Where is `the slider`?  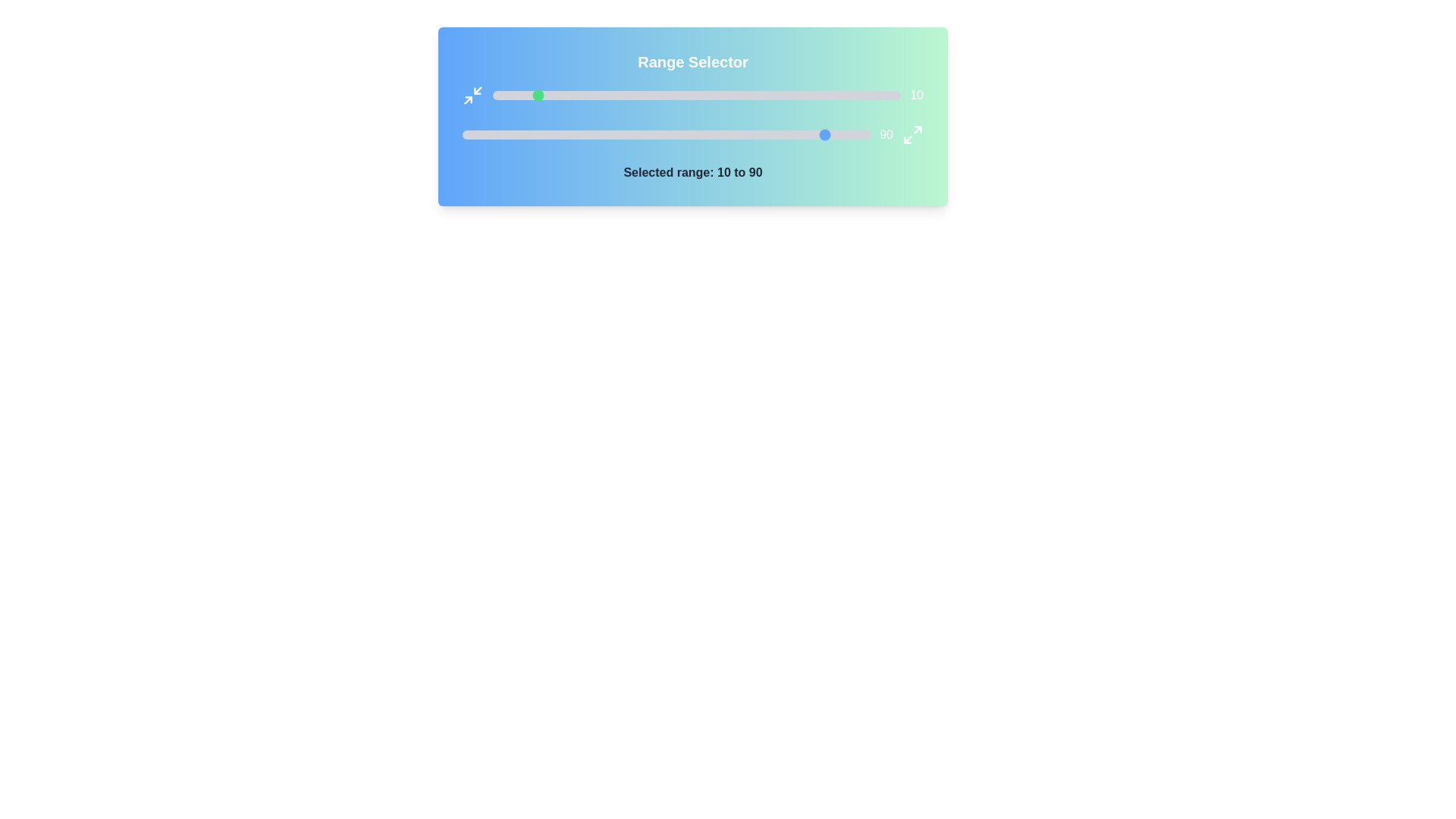 the slider is located at coordinates (648, 96).